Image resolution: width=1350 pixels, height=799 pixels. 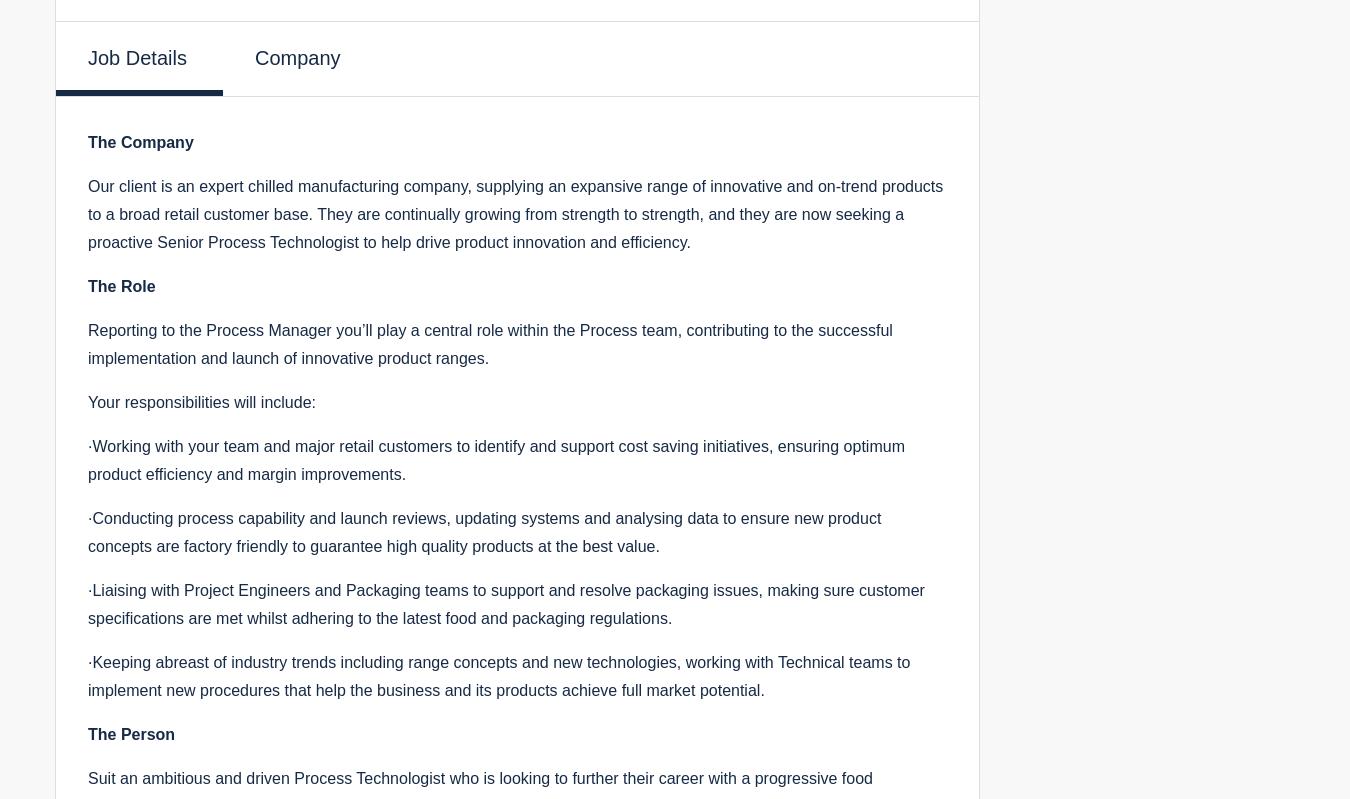 I want to click on '·Working with your team and major retail customers to identify and support cost saving initiatives, ensuring optimum product efficiency and margin improvements.', so click(x=87, y=459).